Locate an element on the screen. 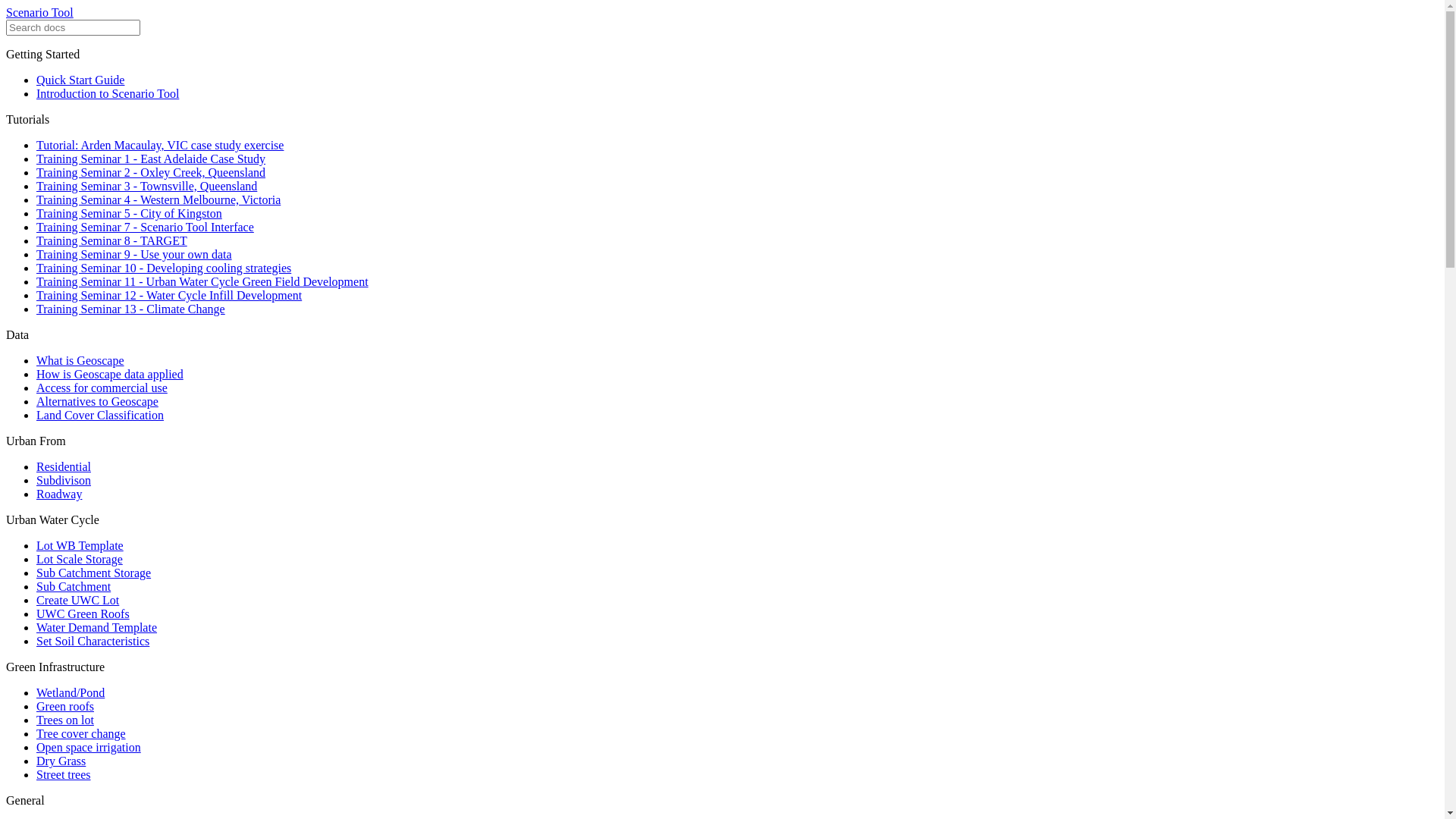 The width and height of the screenshot is (1456, 819). 'Set Soil Characteristics' is located at coordinates (36, 641).